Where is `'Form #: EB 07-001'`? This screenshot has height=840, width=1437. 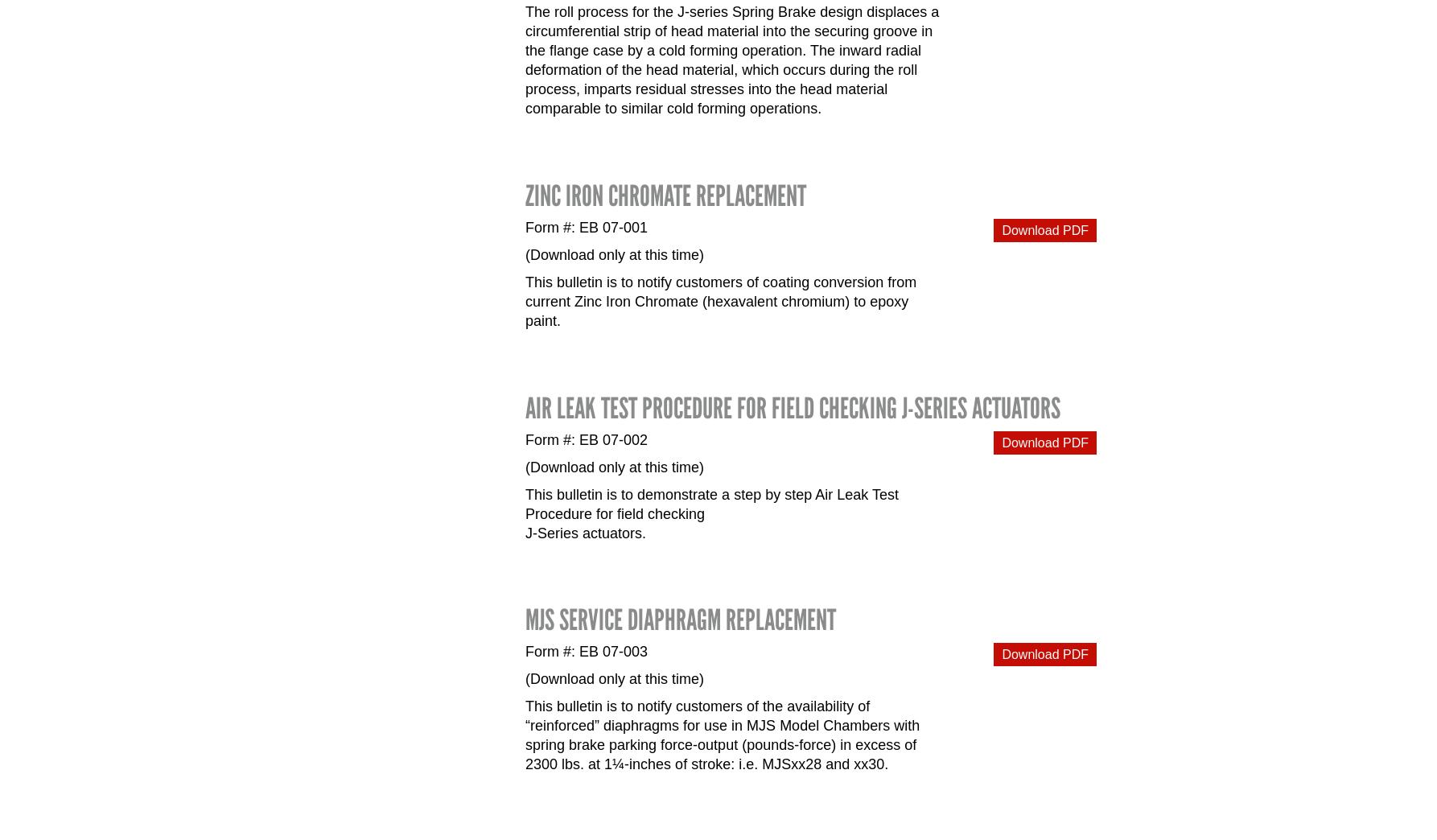 'Form #: EB 07-001' is located at coordinates (587, 225).